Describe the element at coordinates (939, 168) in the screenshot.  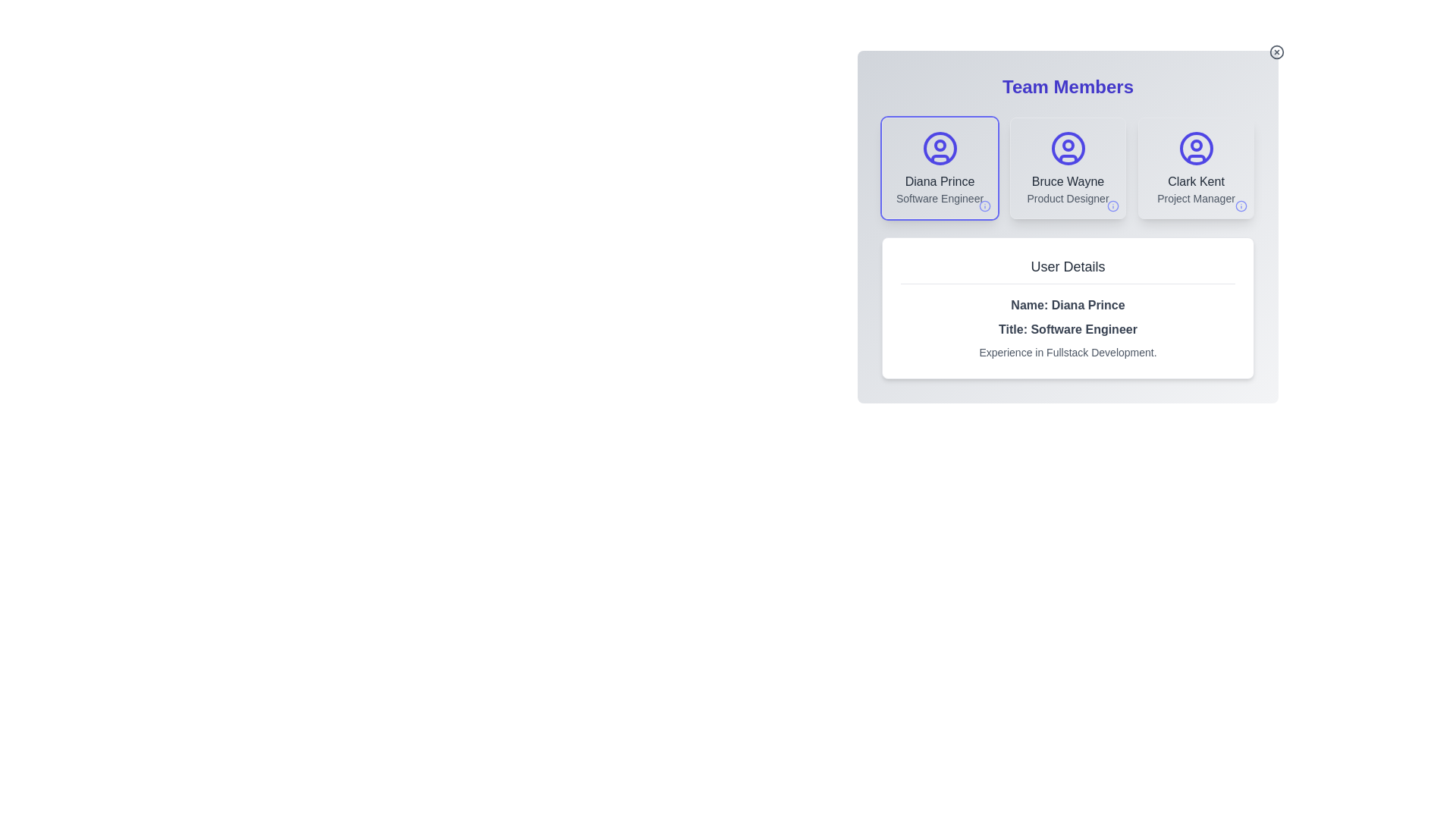
I see `the Profile card for 'Diana Prince', which contains a blue user icon and the title 'Software Engineer', located in the first column of the 'Team Members' section` at that location.